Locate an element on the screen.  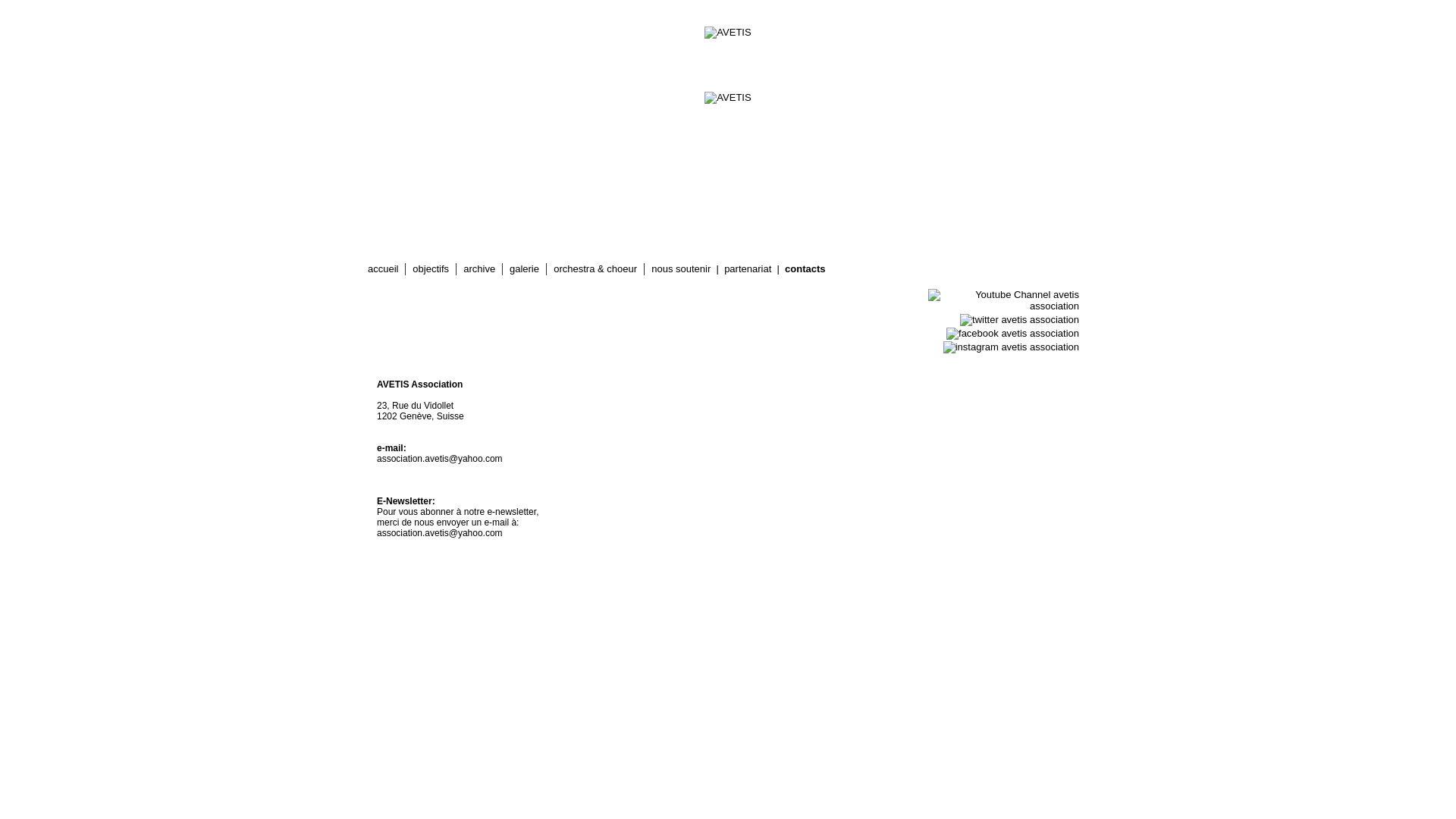
'orchestra & choeur' is located at coordinates (595, 268).